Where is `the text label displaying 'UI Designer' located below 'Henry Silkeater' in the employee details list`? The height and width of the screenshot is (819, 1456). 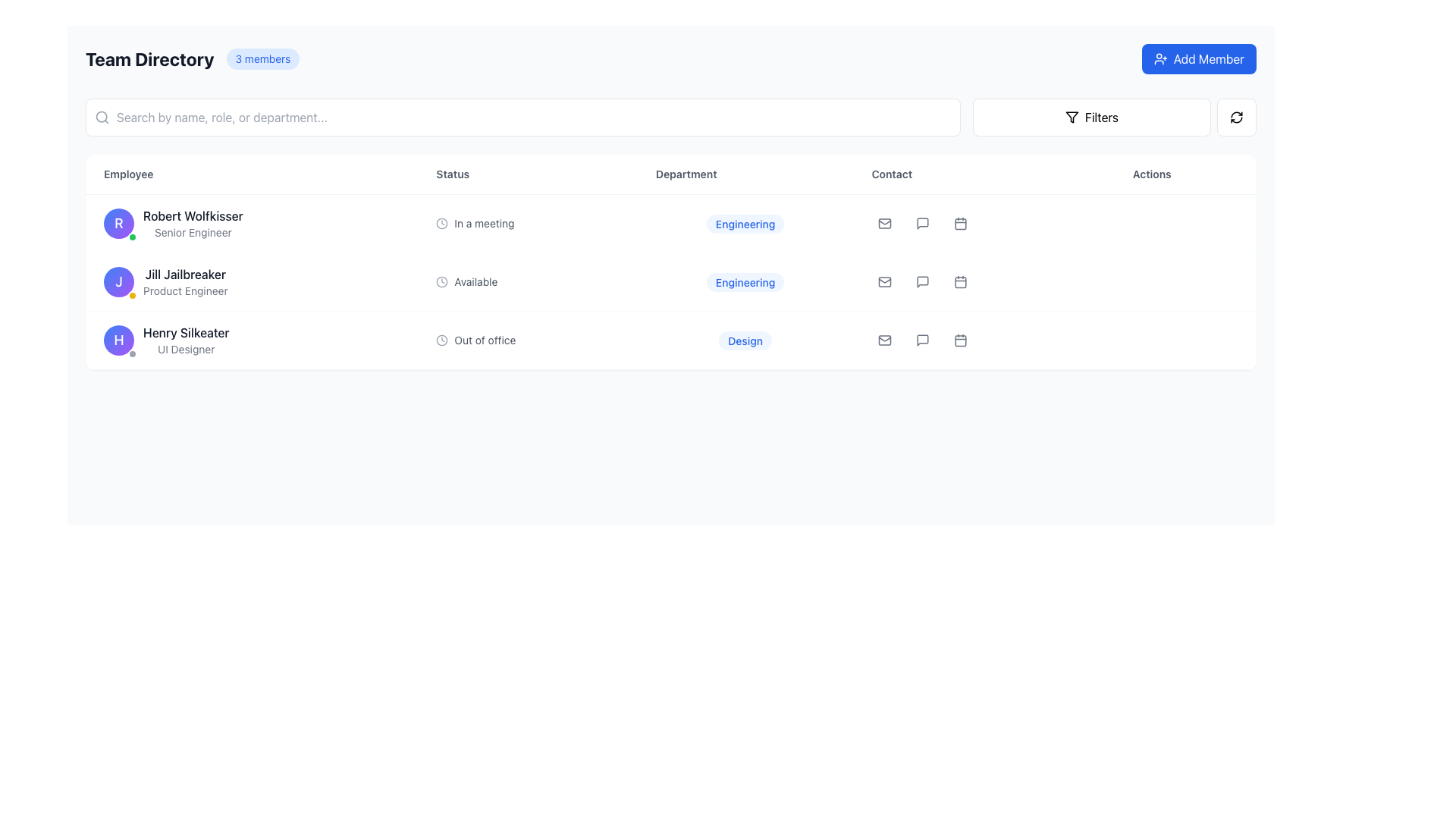 the text label displaying 'UI Designer' located below 'Henry Silkeater' in the employee details list is located at coordinates (185, 350).